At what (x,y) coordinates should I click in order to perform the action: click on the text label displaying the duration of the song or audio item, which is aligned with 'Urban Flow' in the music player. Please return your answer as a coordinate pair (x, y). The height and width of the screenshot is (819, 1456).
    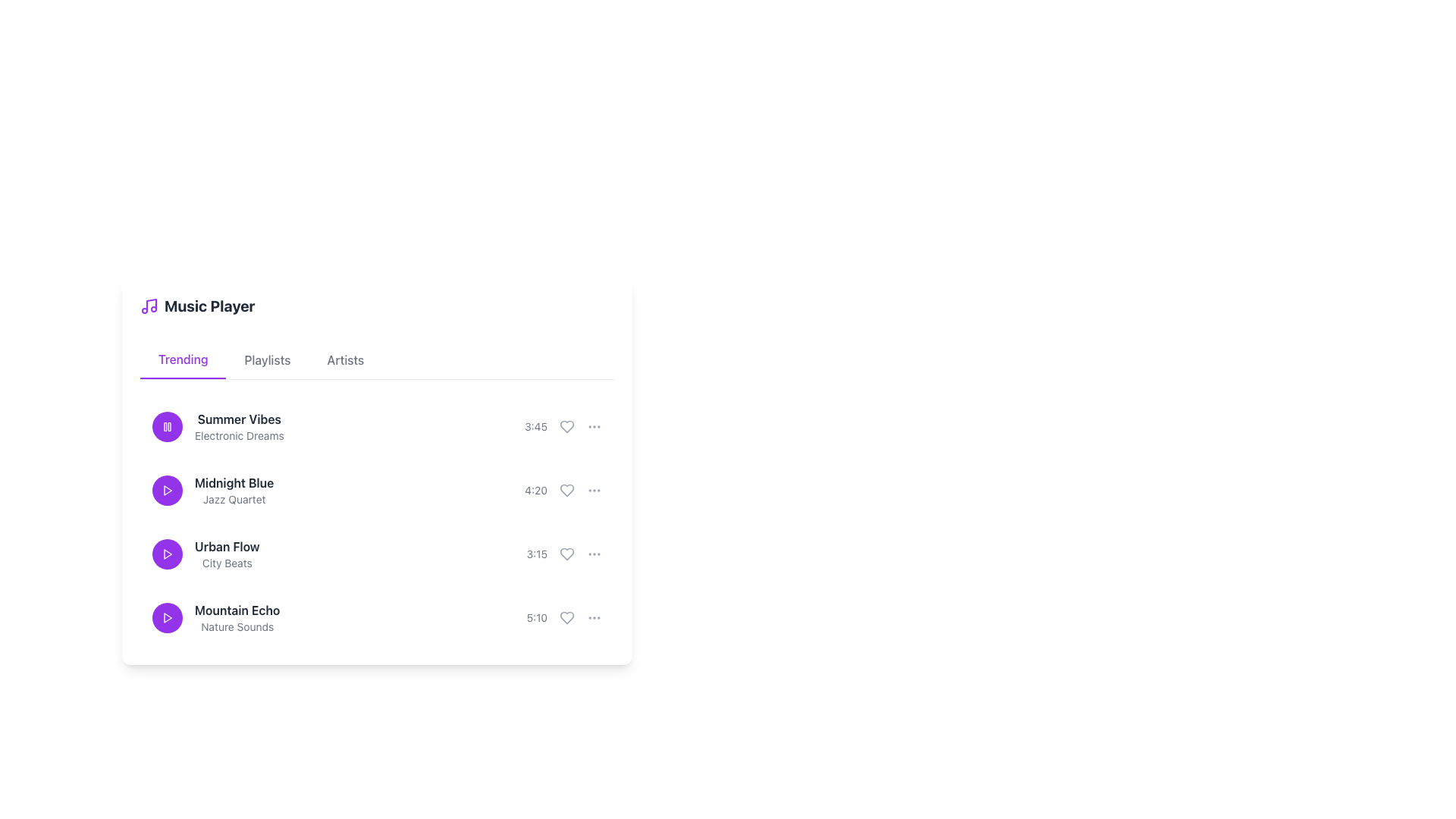
    Looking at the image, I should click on (537, 554).